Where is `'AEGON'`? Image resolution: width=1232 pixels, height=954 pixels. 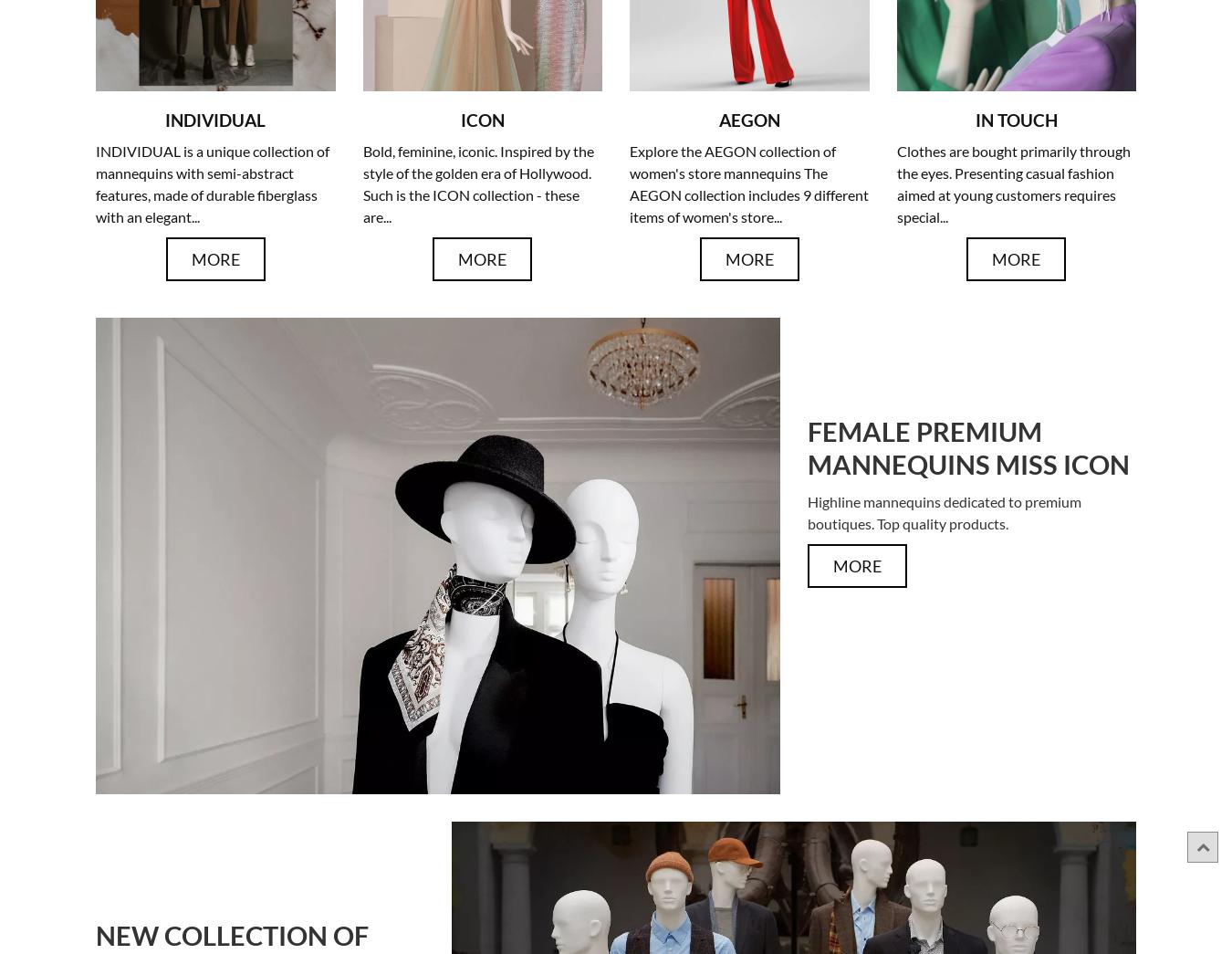
'AEGON' is located at coordinates (748, 119).